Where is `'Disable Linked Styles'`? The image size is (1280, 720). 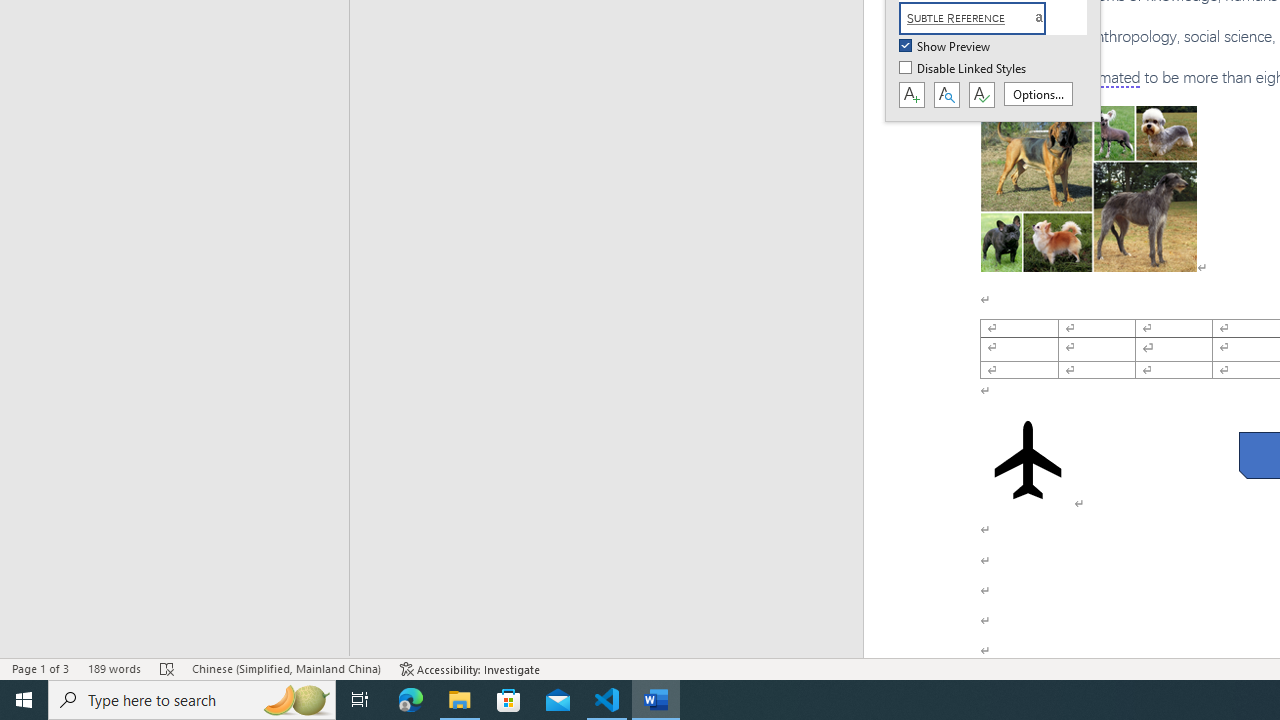
'Disable Linked Styles' is located at coordinates (964, 68).